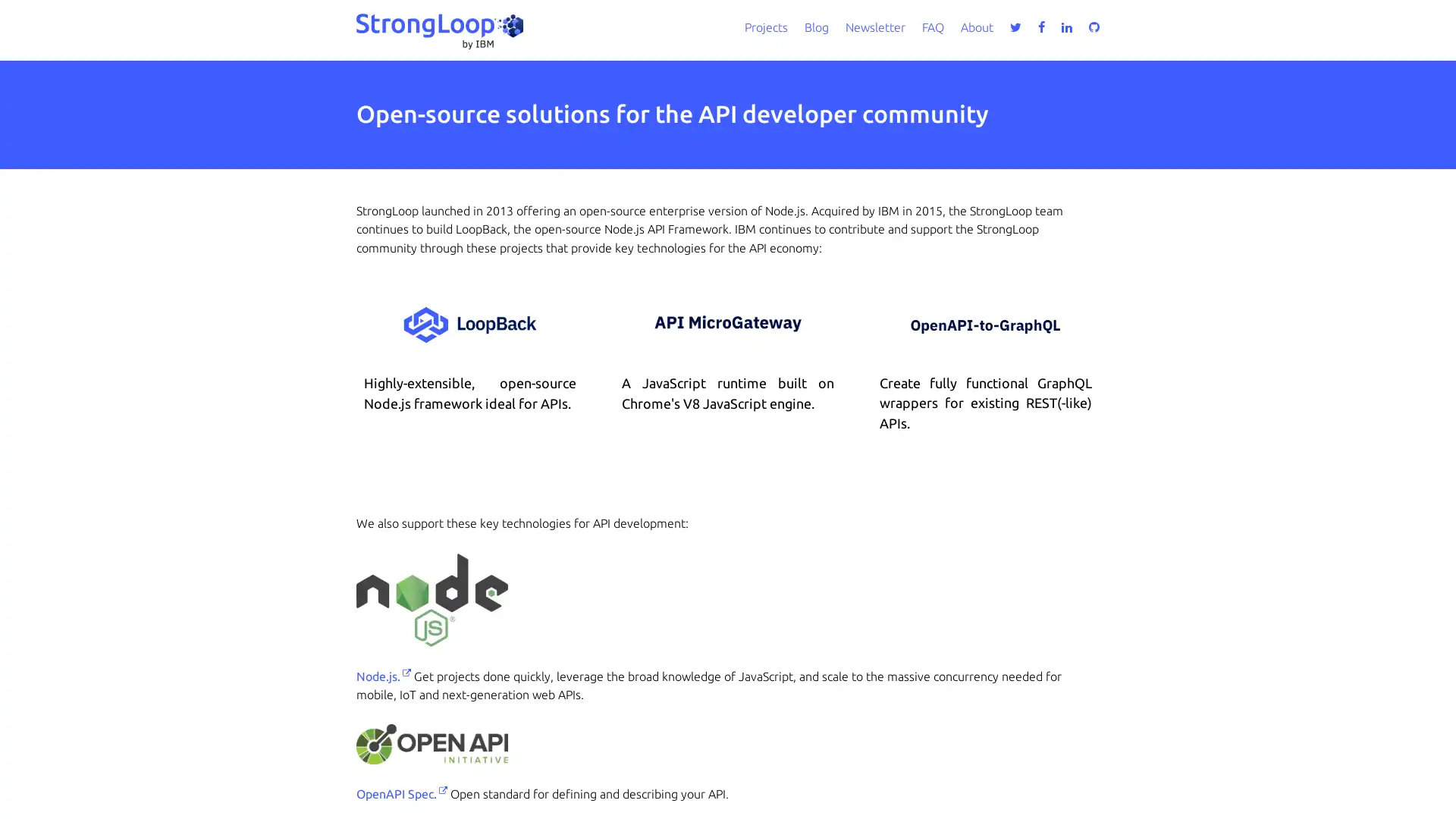  What do you see at coordinates (1333, 769) in the screenshot?
I see `Do not sell my personal information` at bounding box center [1333, 769].